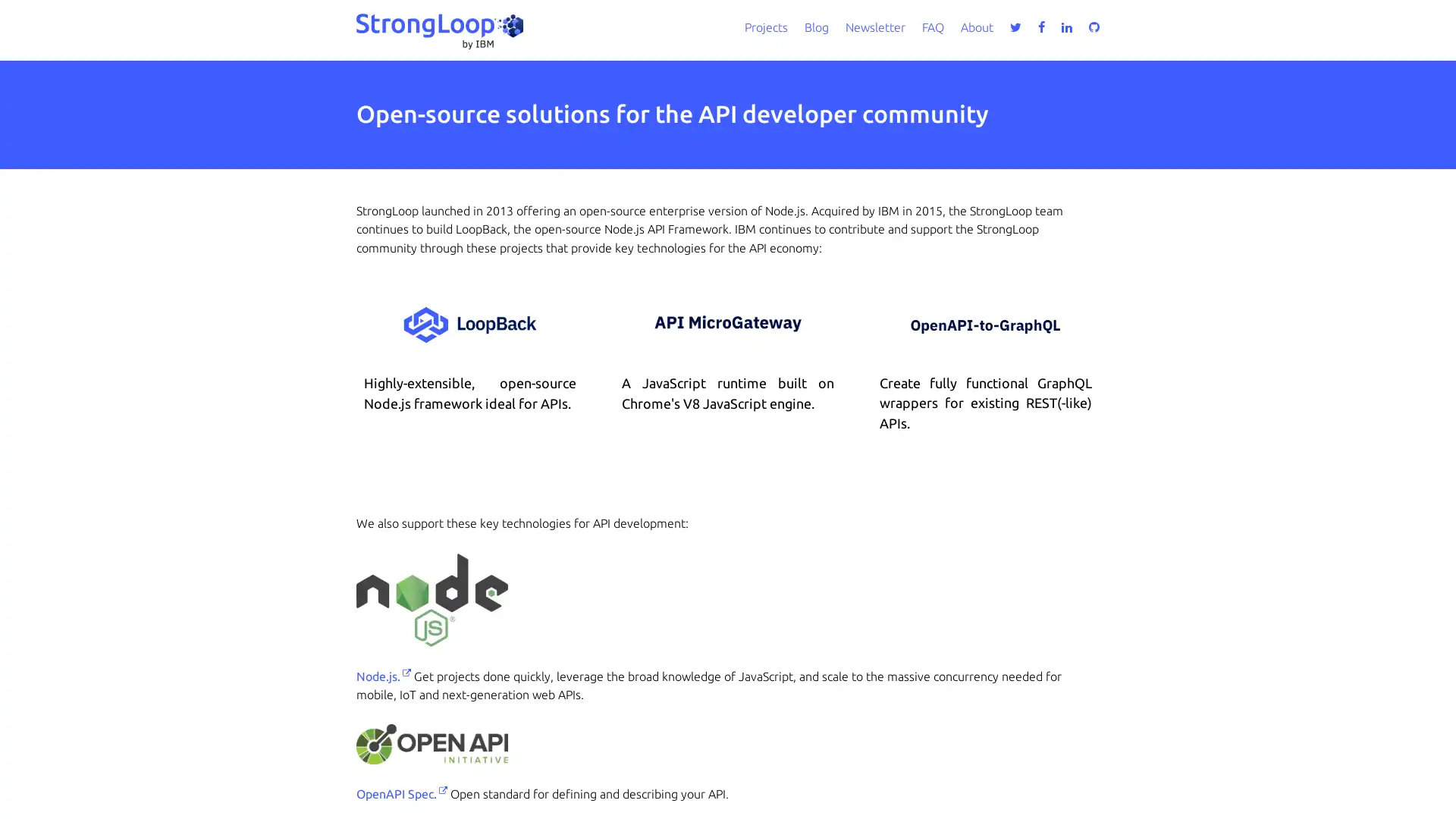  What do you see at coordinates (1333, 769) in the screenshot?
I see `Do not sell my personal information` at bounding box center [1333, 769].